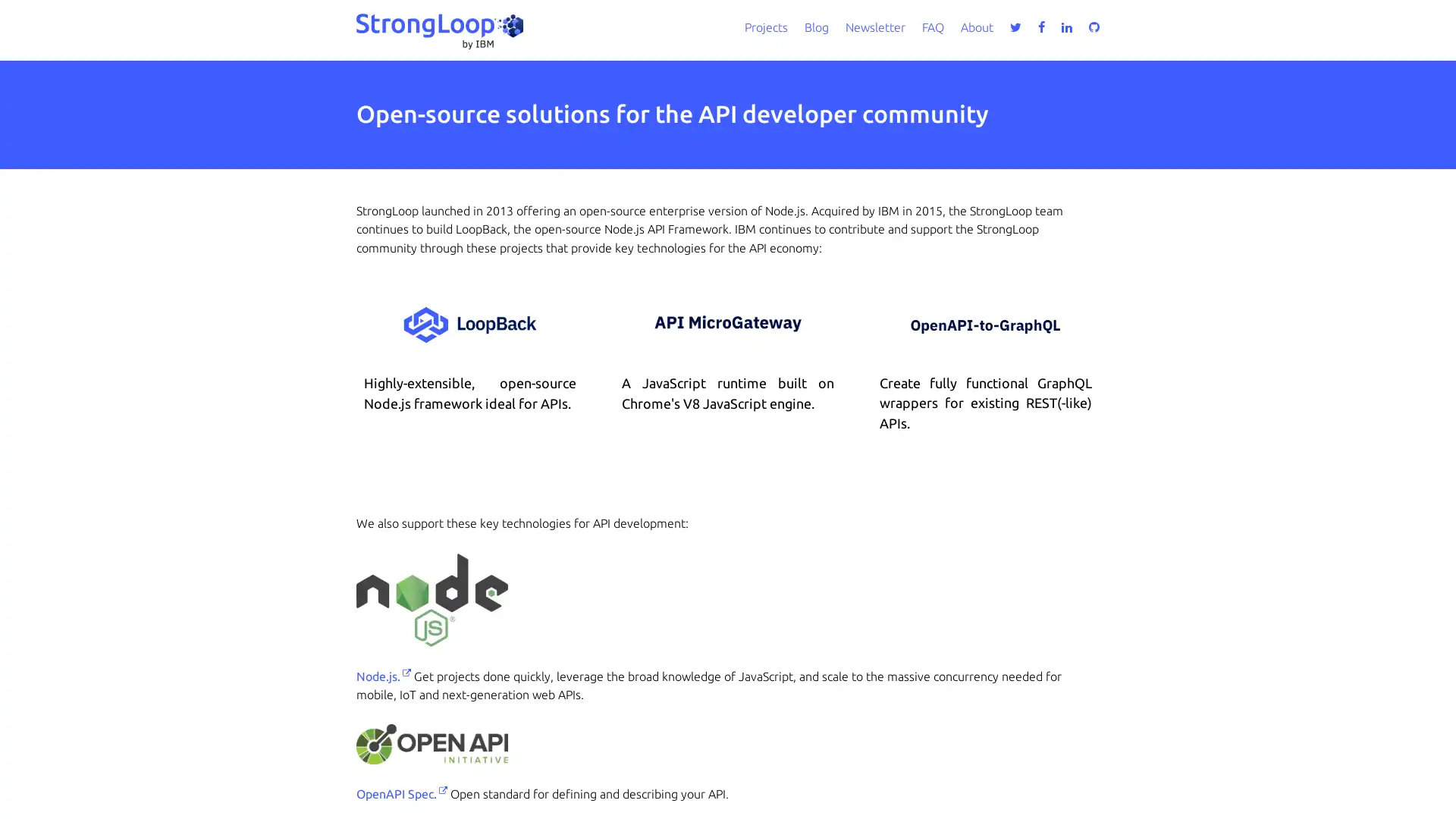  What do you see at coordinates (1333, 769) in the screenshot?
I see `Do not sell my personal information` at bounding box center [1333, 769].